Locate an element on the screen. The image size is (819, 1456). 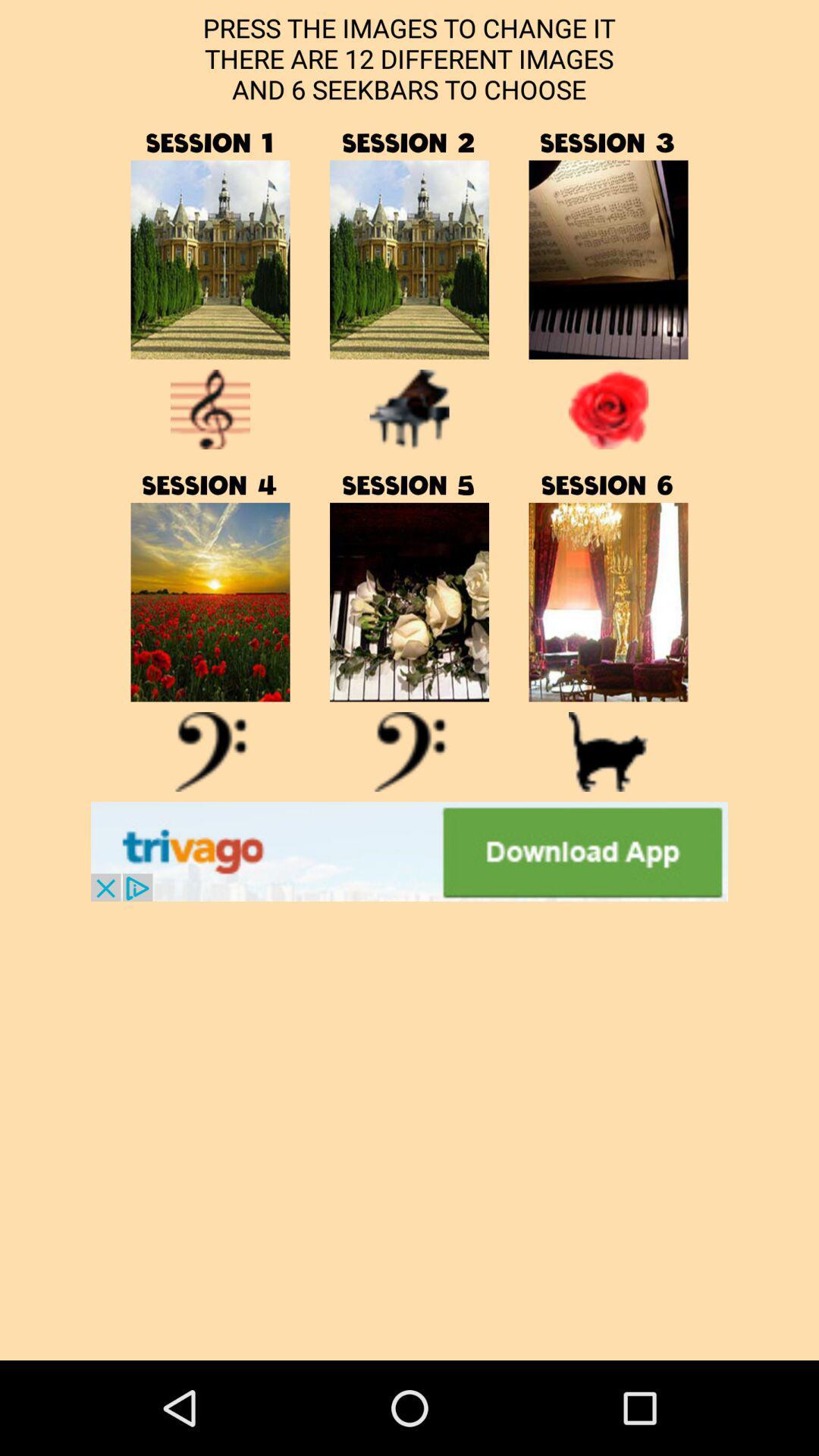
sesson 4 button is located at coordinates (210, 601).